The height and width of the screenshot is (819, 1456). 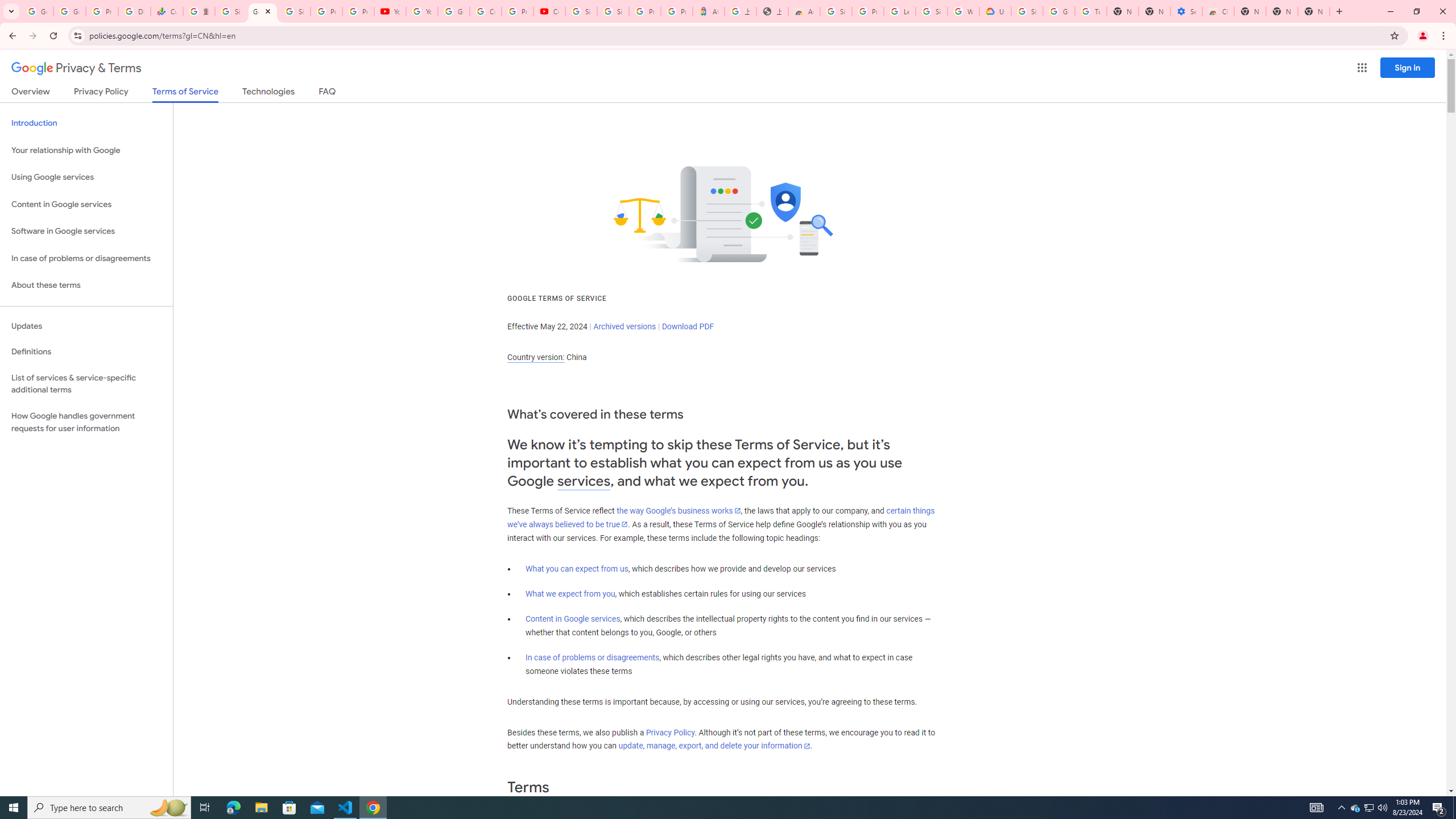 What do you see at coordinates (577, 568) in the screenshot?
I see `'What you can expect from us'` at bounding box center [577, 568].